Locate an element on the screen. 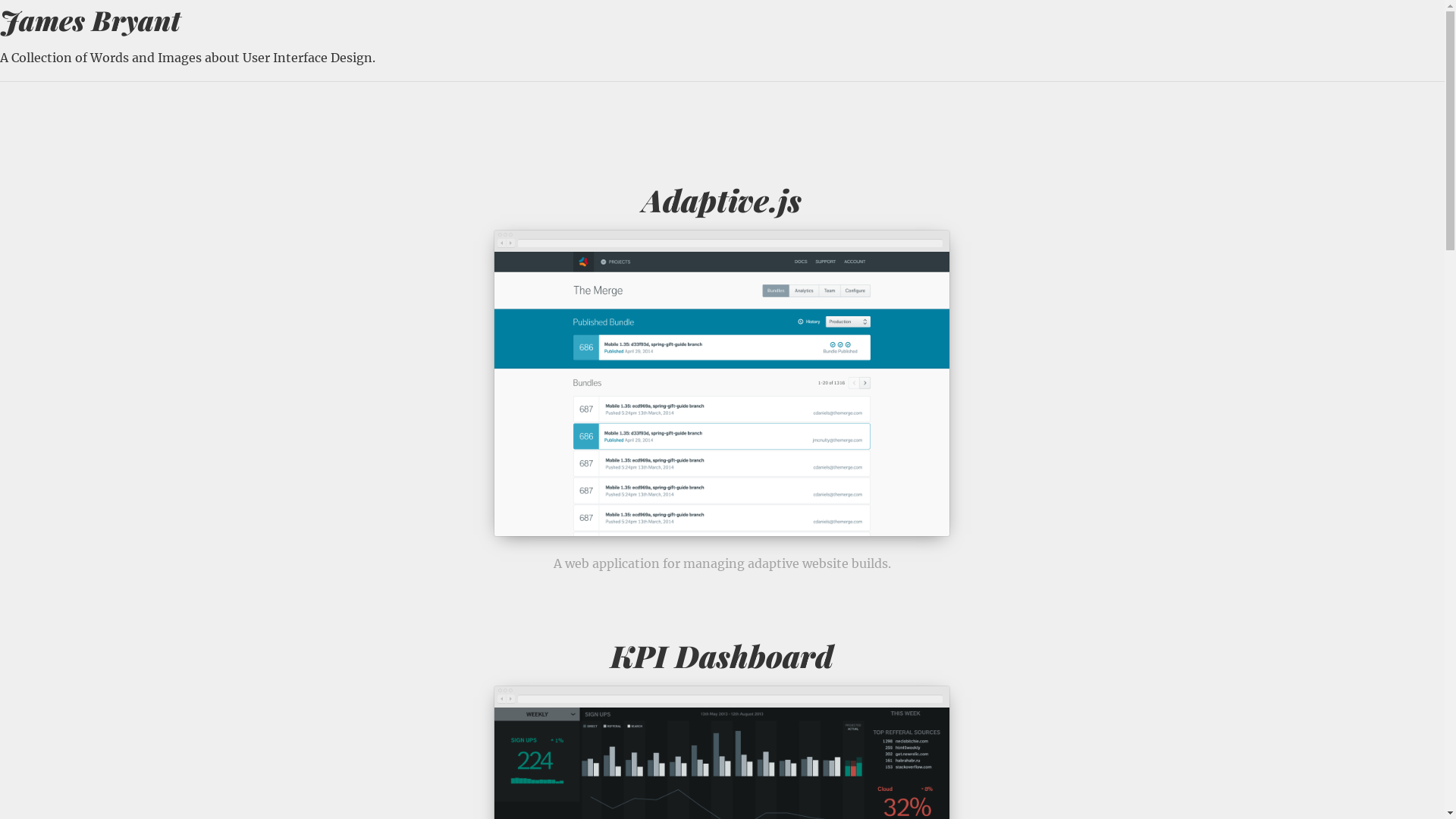  'James Bryant' is located at coordinates (89, 20).